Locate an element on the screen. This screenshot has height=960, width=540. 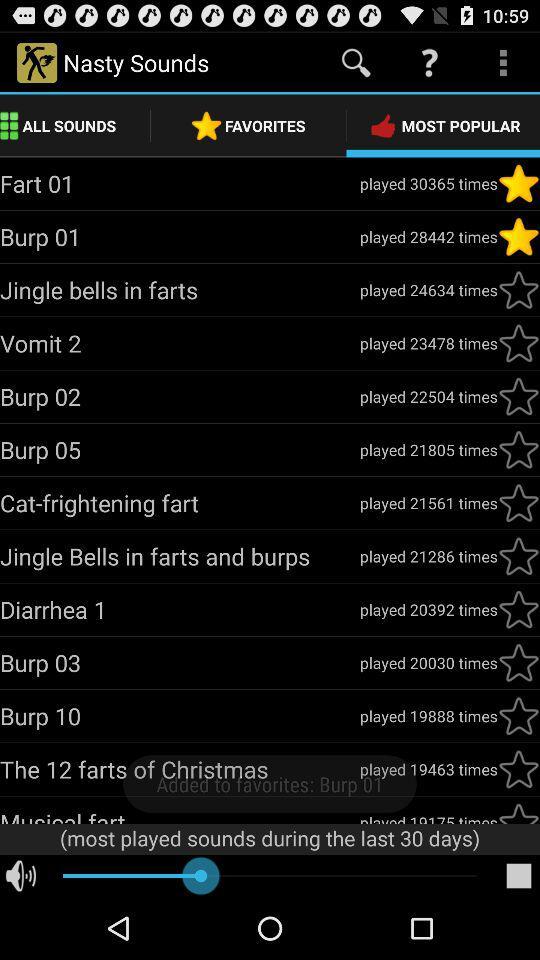
vomit 2 is located at coordinates (518, 343).